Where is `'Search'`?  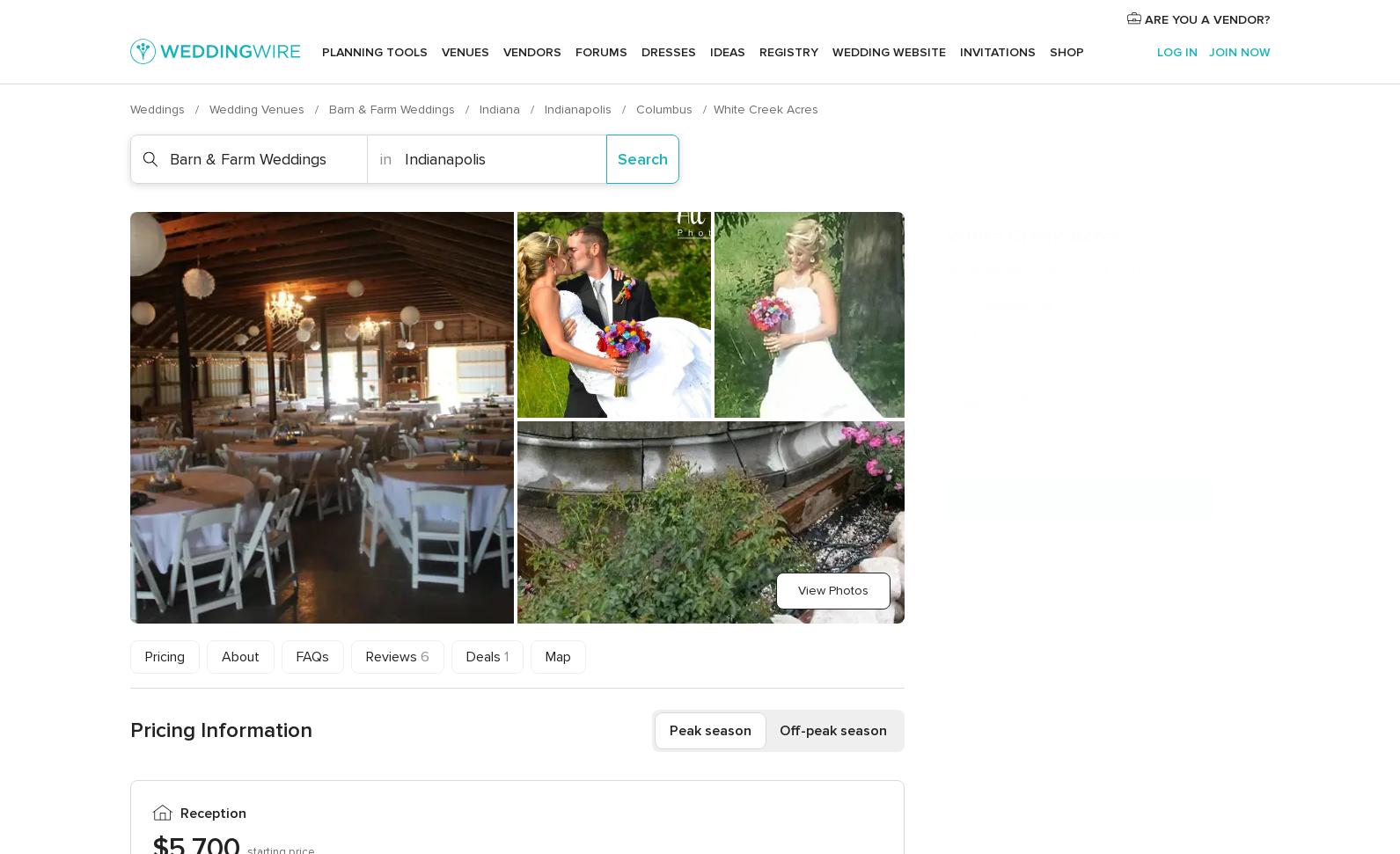 'Search' is located at coordinates (641, 157).